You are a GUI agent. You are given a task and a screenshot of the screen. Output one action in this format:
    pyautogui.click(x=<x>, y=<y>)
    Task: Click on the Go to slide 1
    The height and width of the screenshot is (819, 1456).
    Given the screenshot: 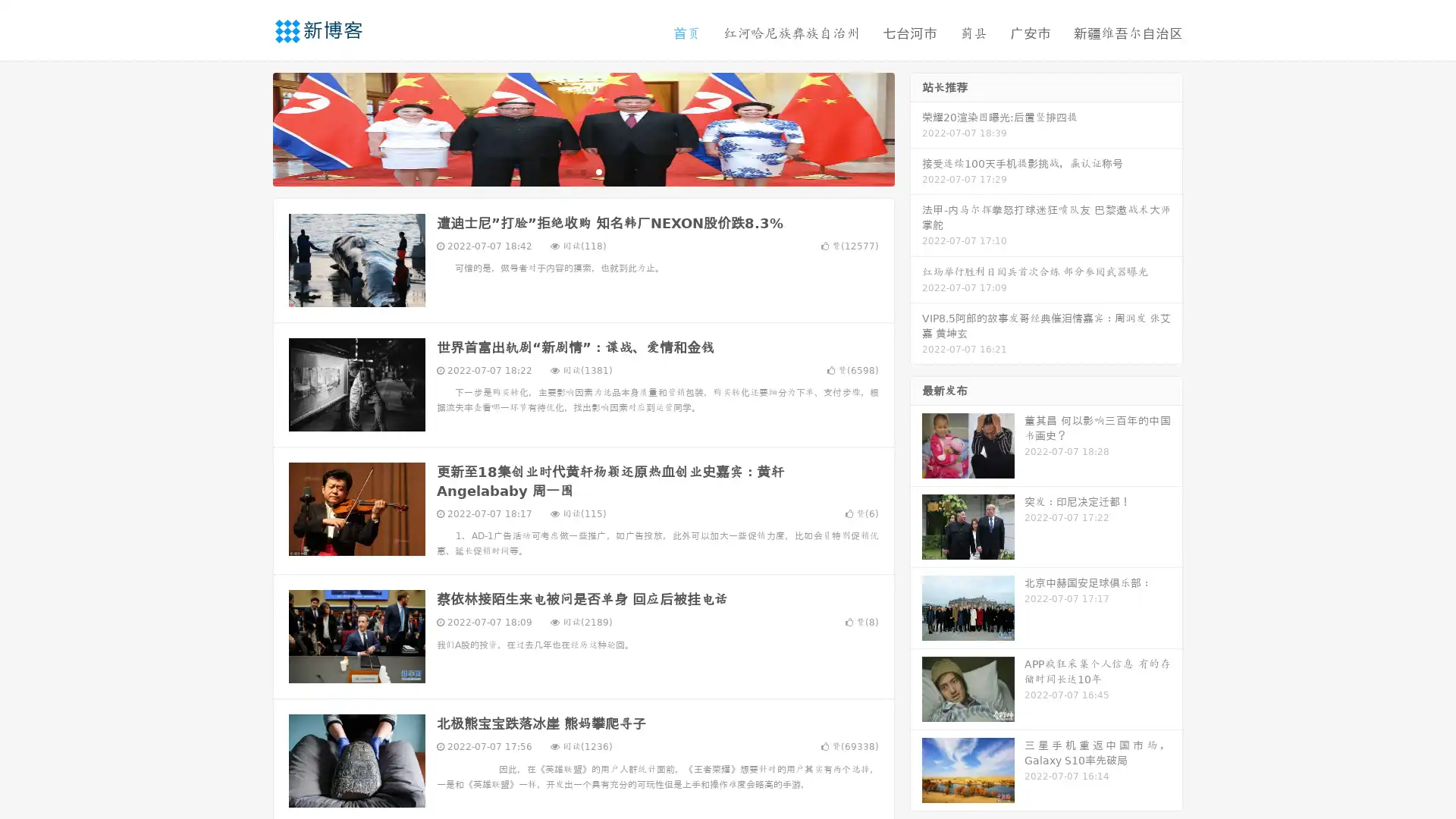 What is the action you would take?
    pyautogui.click(x=567, y=171)
    